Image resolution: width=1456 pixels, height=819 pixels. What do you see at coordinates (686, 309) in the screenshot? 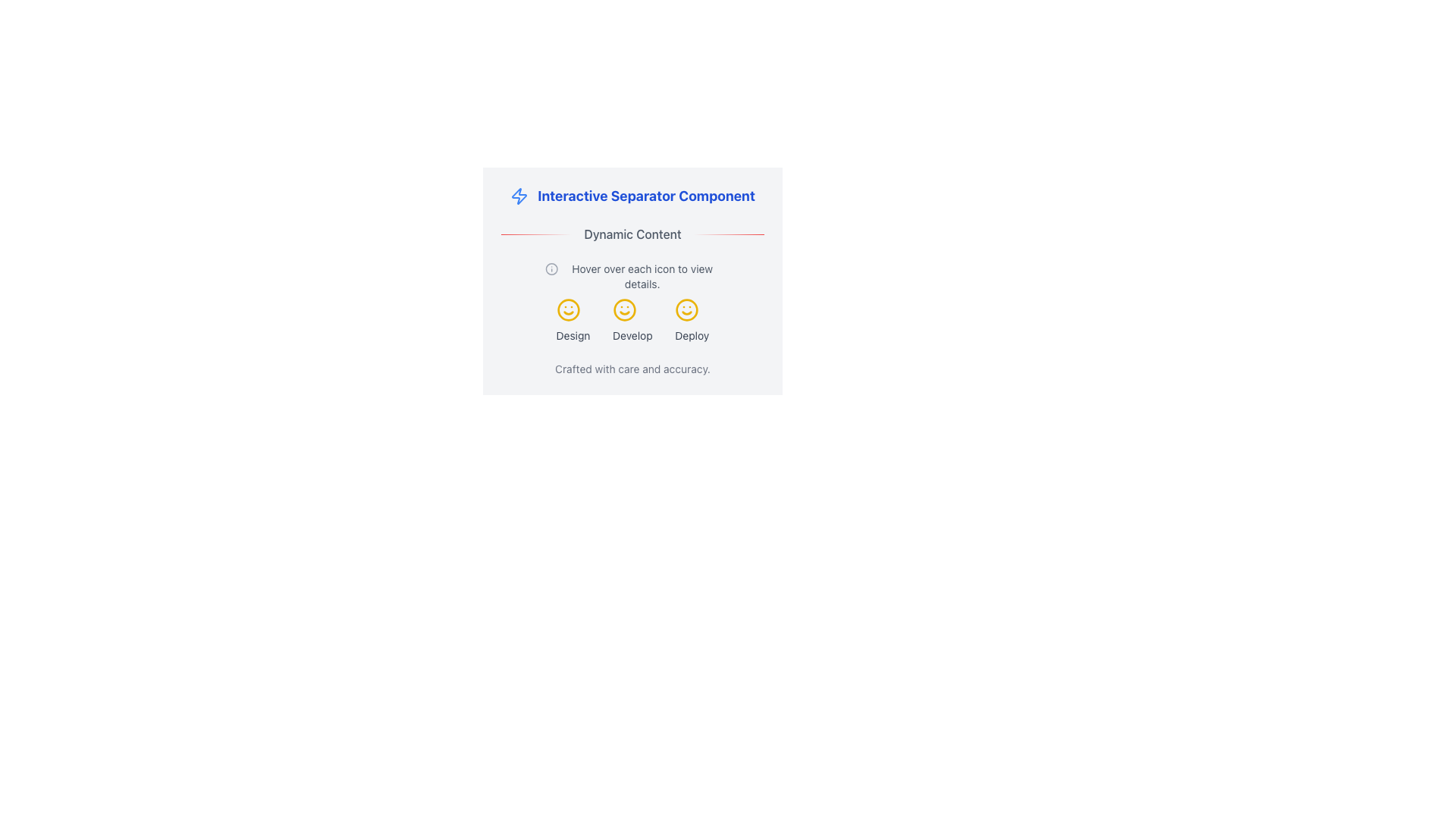
I see `the third circular smiling face icon, which is outlined in yellow and located under the 'Deploy' label` at bounding box center [686, 309].